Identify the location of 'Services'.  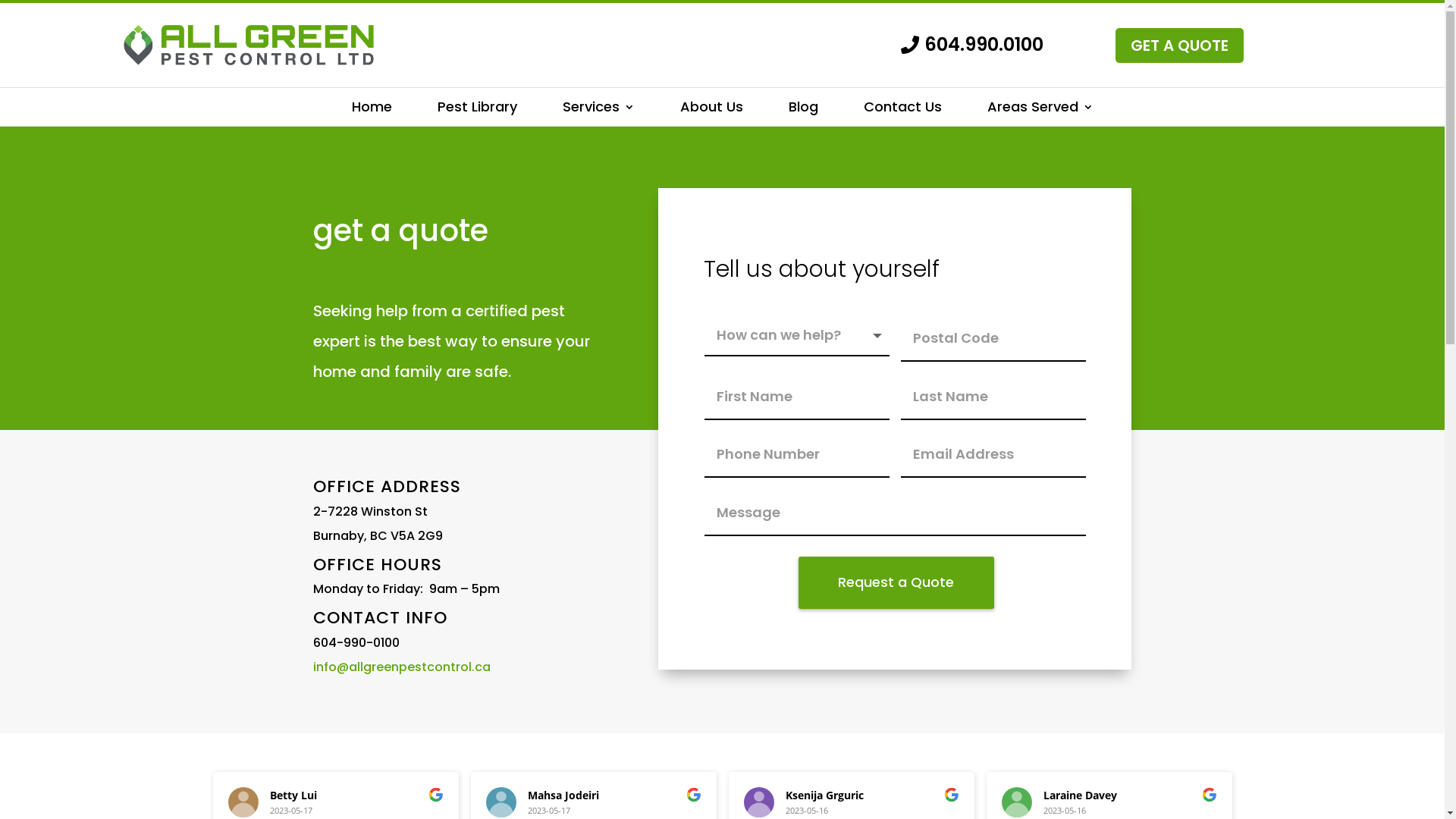
(598, 109).